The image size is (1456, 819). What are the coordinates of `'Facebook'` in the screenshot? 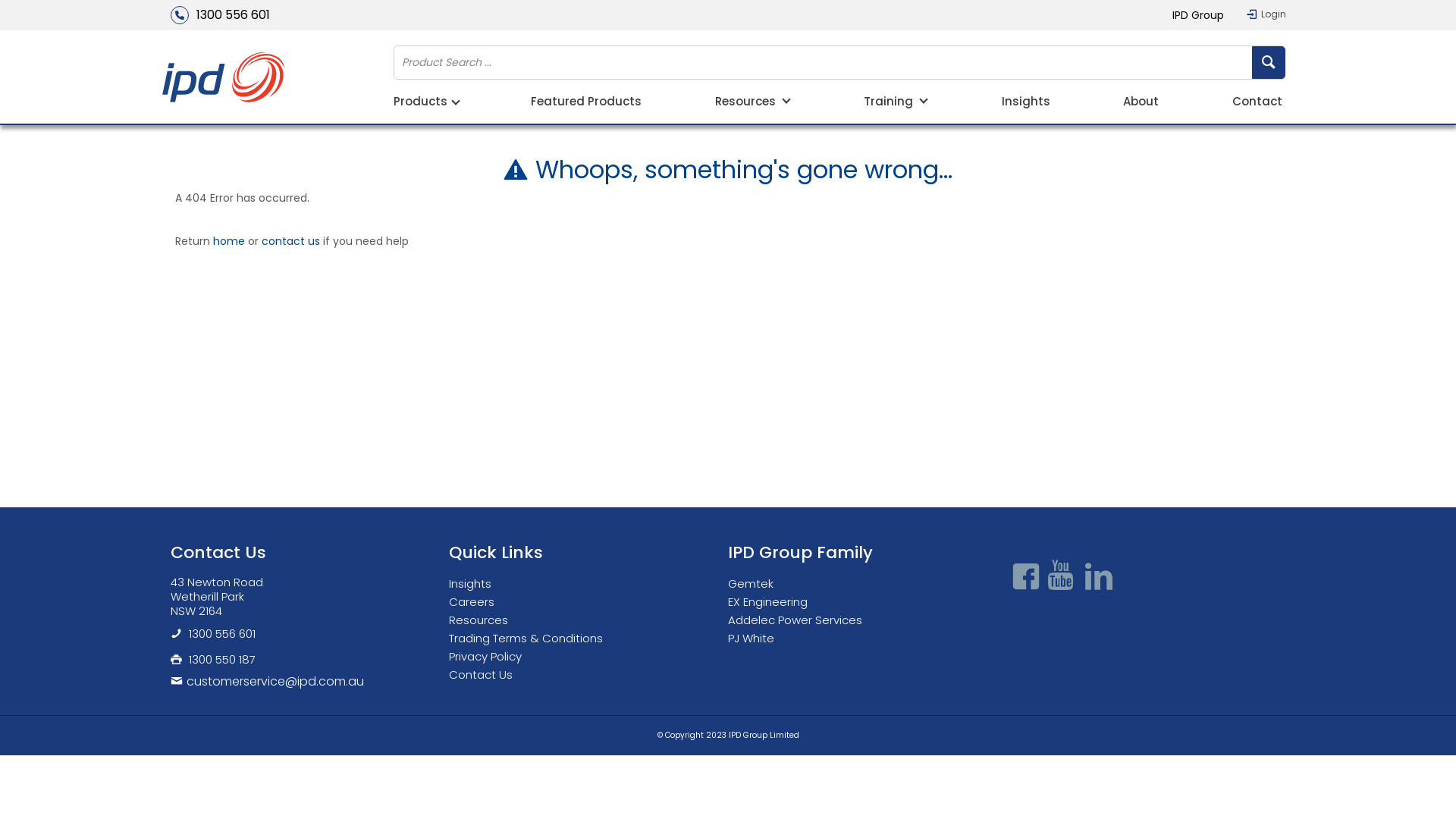 It's located at (1007, 576).